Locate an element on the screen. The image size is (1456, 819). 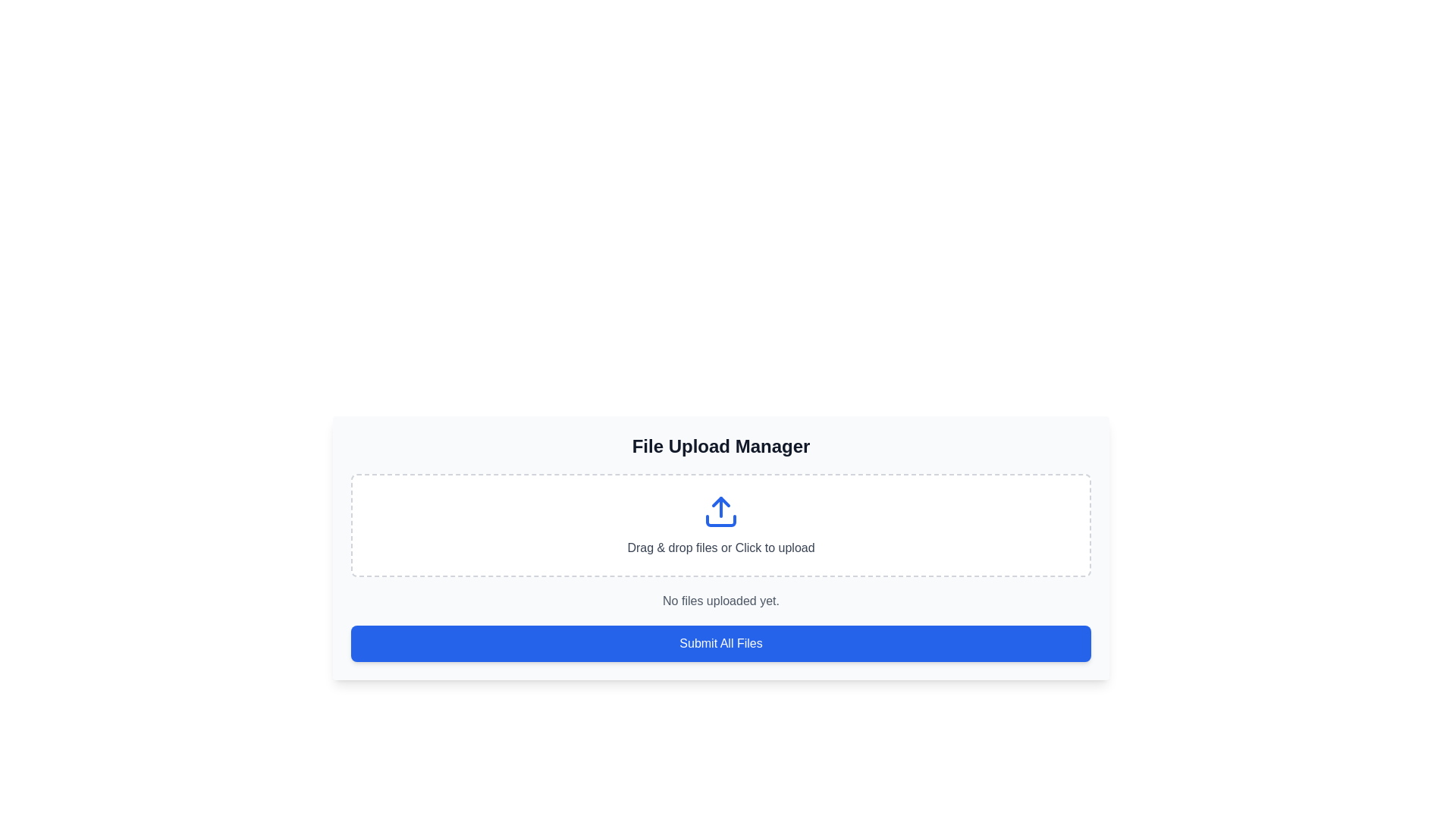
the Header Text element, which serves as the title of the section at the top of the interface is located at coordinates (720, 446).